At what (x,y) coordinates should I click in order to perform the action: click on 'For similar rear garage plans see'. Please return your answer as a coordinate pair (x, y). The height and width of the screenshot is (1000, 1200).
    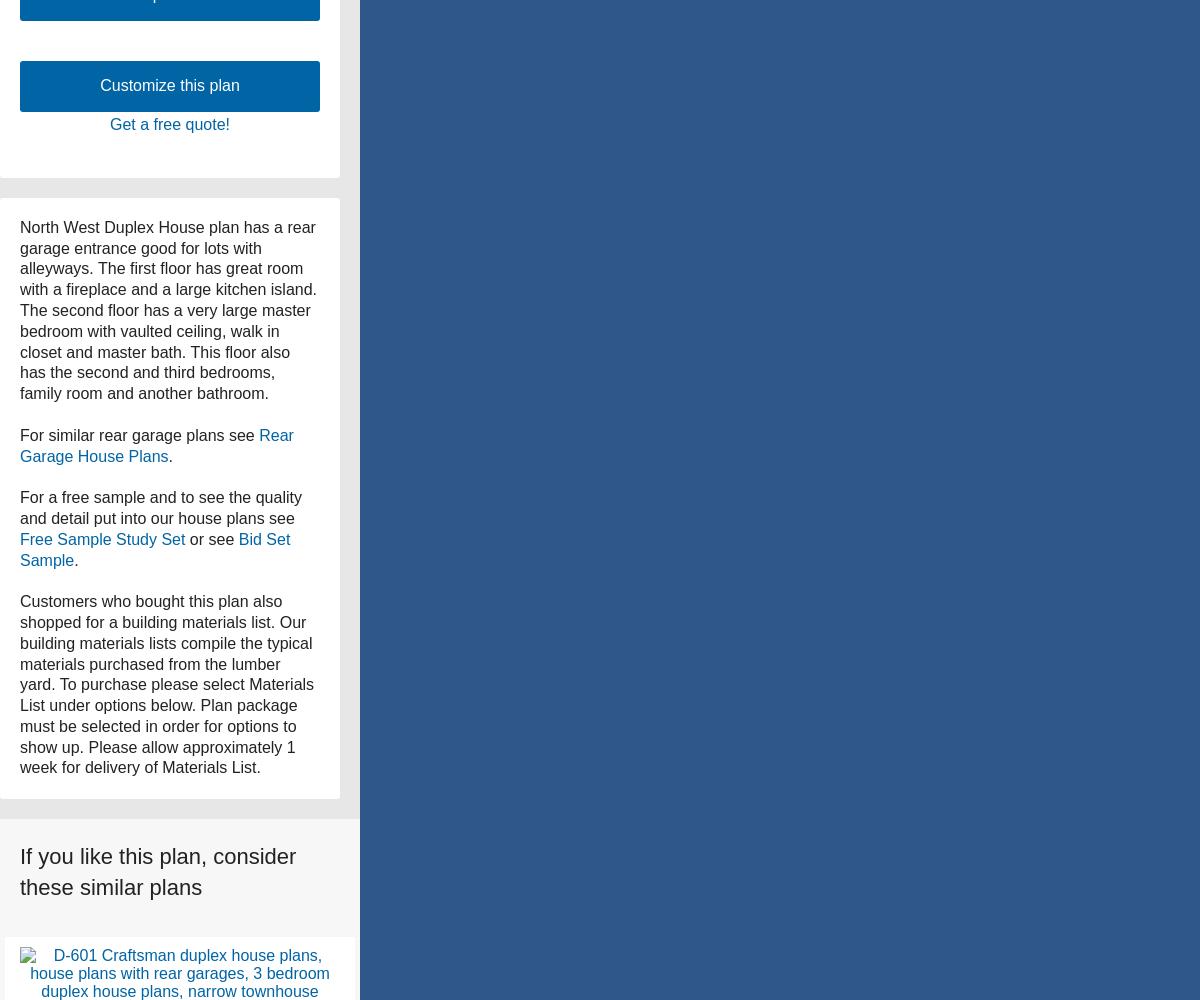
    Looking at the image, I should click on (139, 434).